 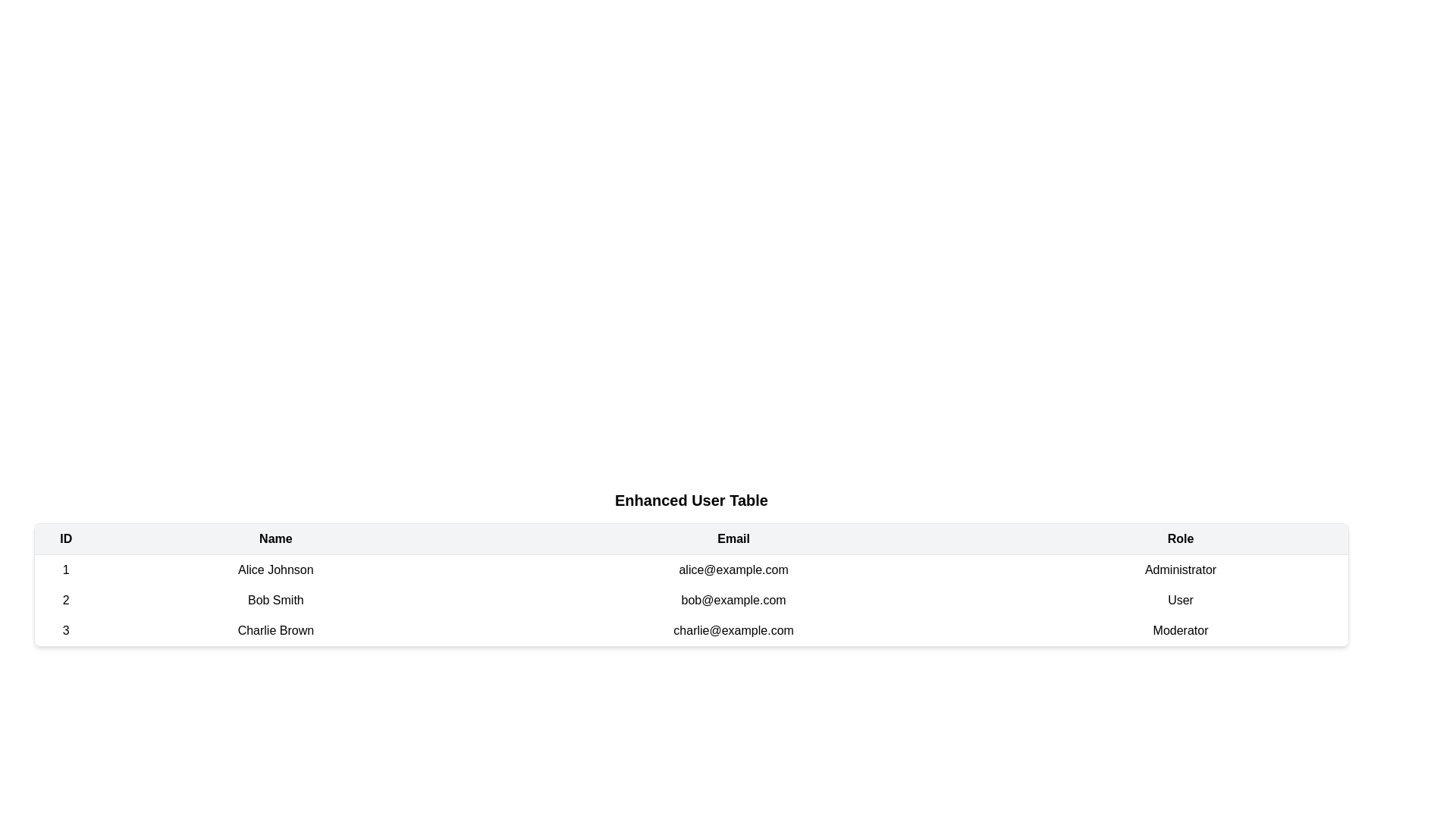 What do you see at coordinates (65, 538) in the screenshot?
I see `the 'ID' table header cell, which is the first column header in a row of four headers at the top-left of the table` at bounding box center [65, 538].